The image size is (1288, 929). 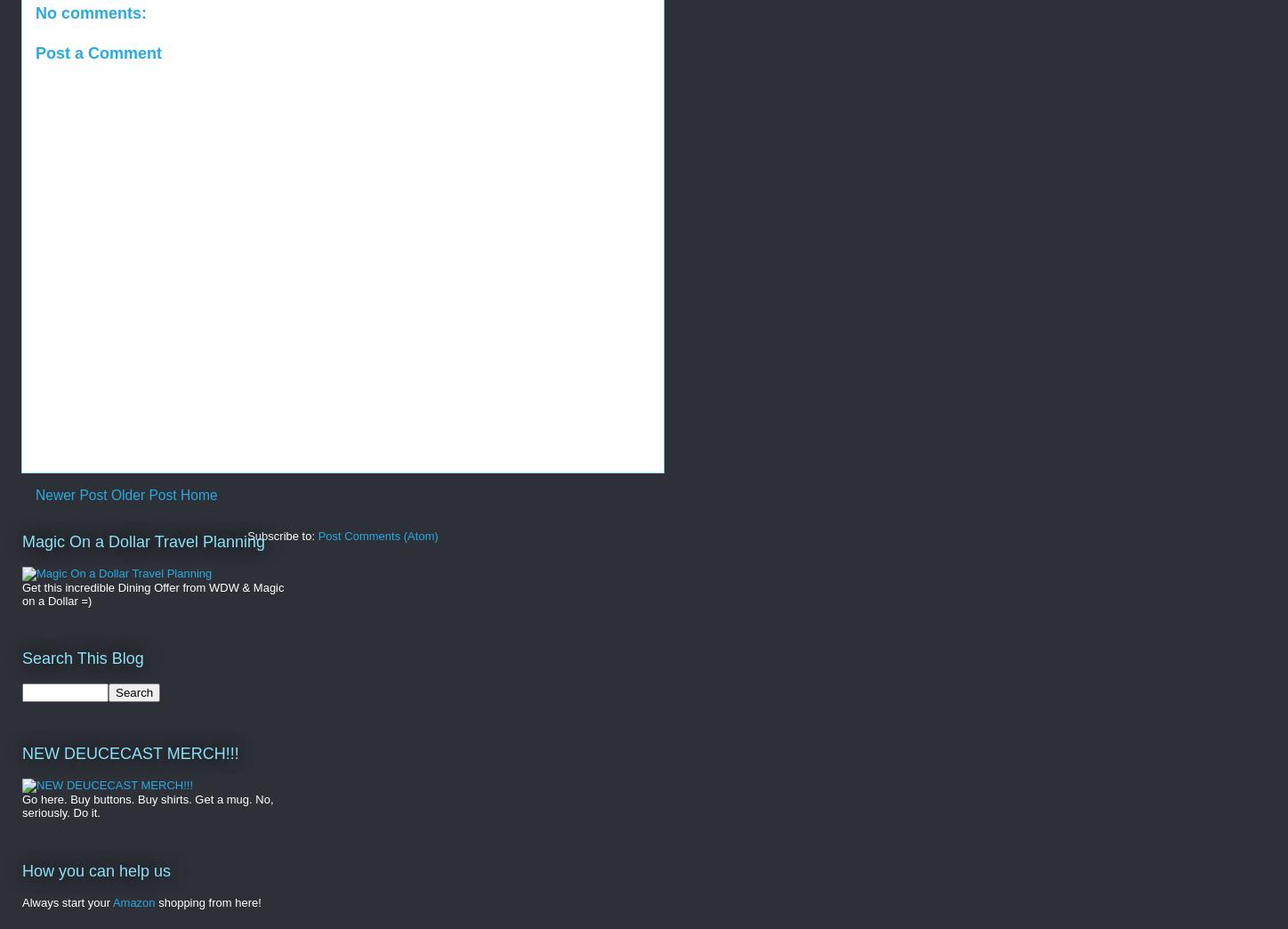 What do you see at coordinates (98, 51) in the screenshot?
I see `'Post a Comment'` at bounding box center [98, 51].